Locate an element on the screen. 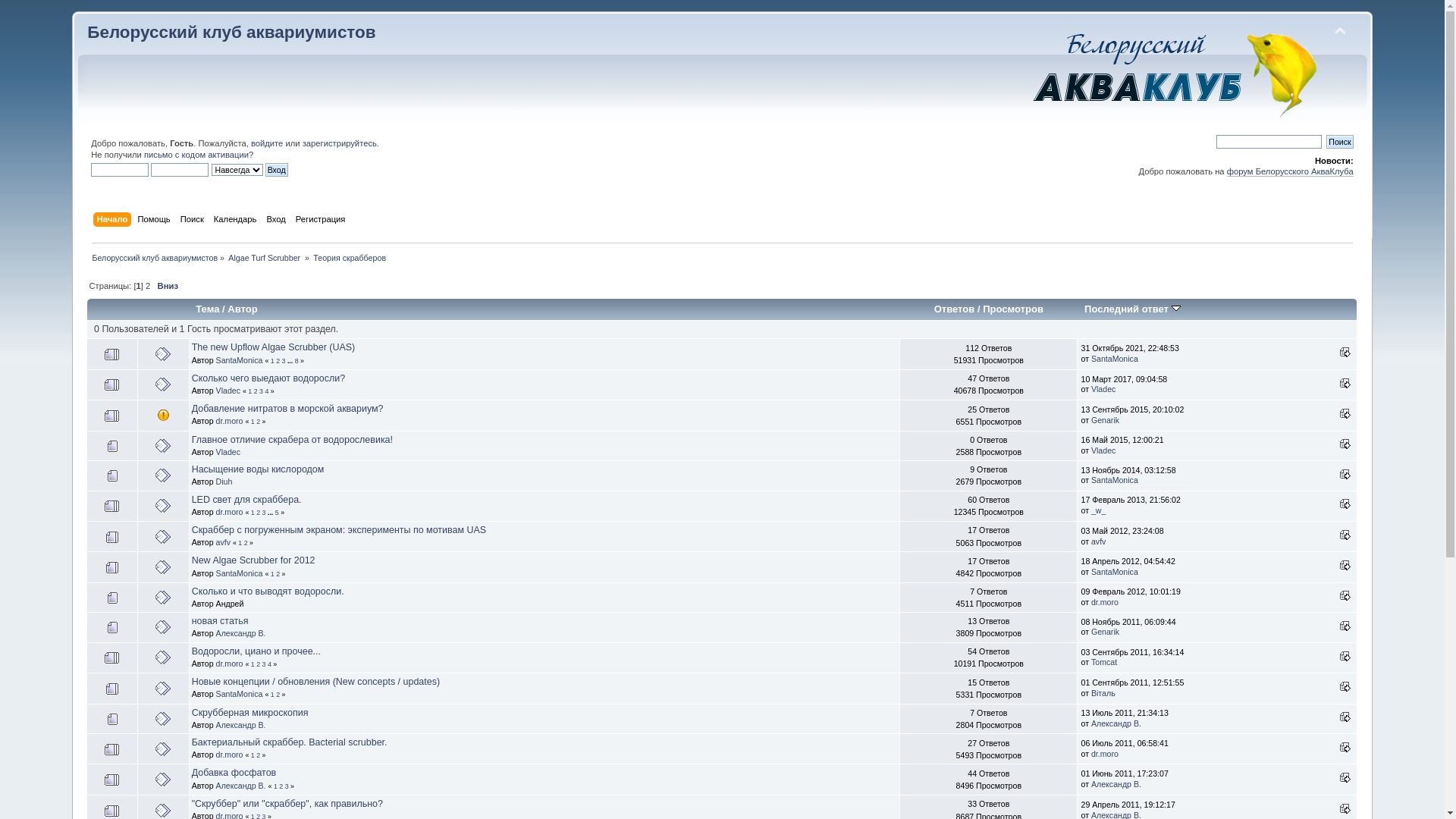 This screenshot has height=819, width=1456. '4' is located at coordinates (266, 391).